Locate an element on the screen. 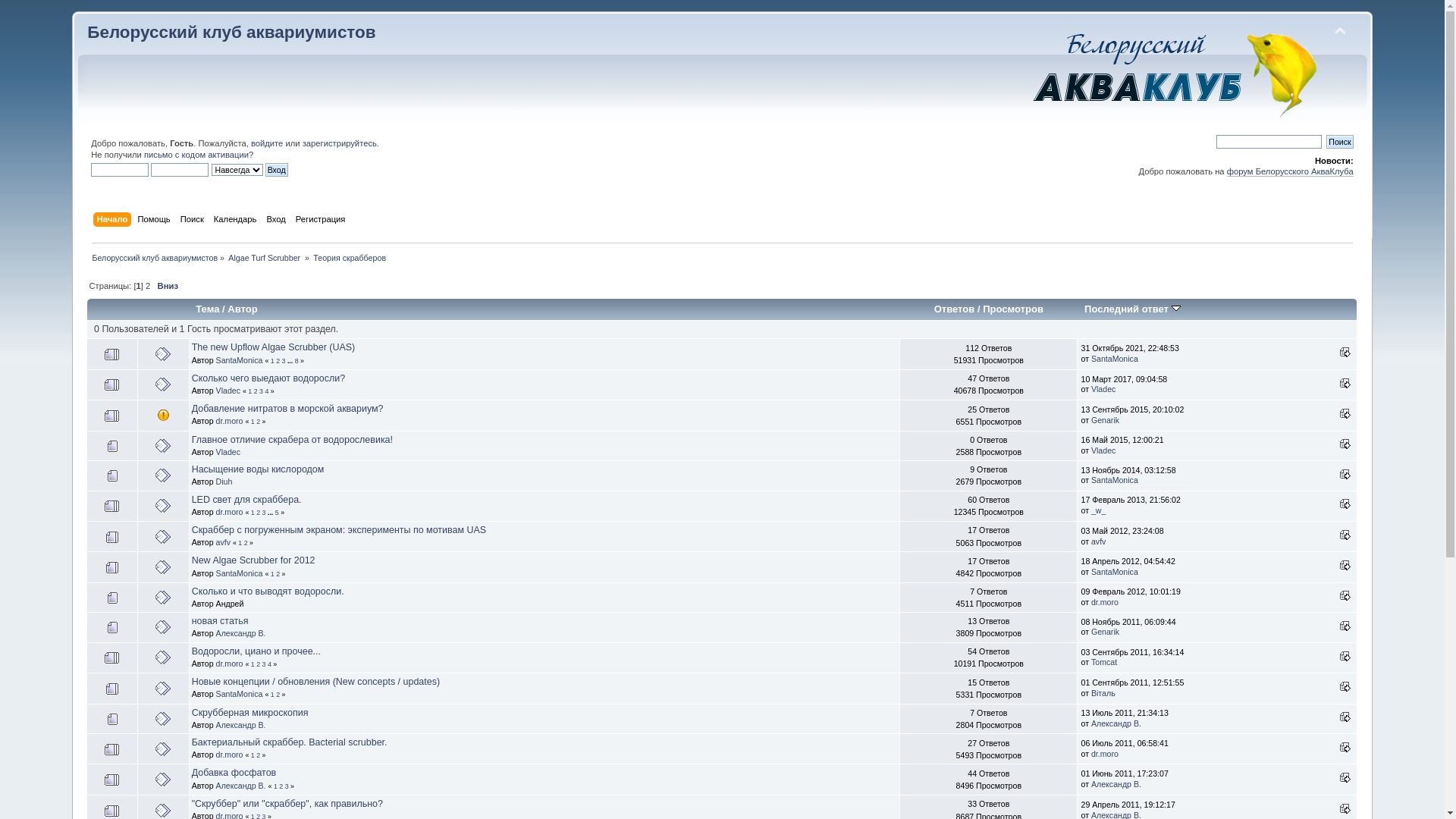 This screenshot has height=819, width=1456. '4' is located at coordinates (266, 391).